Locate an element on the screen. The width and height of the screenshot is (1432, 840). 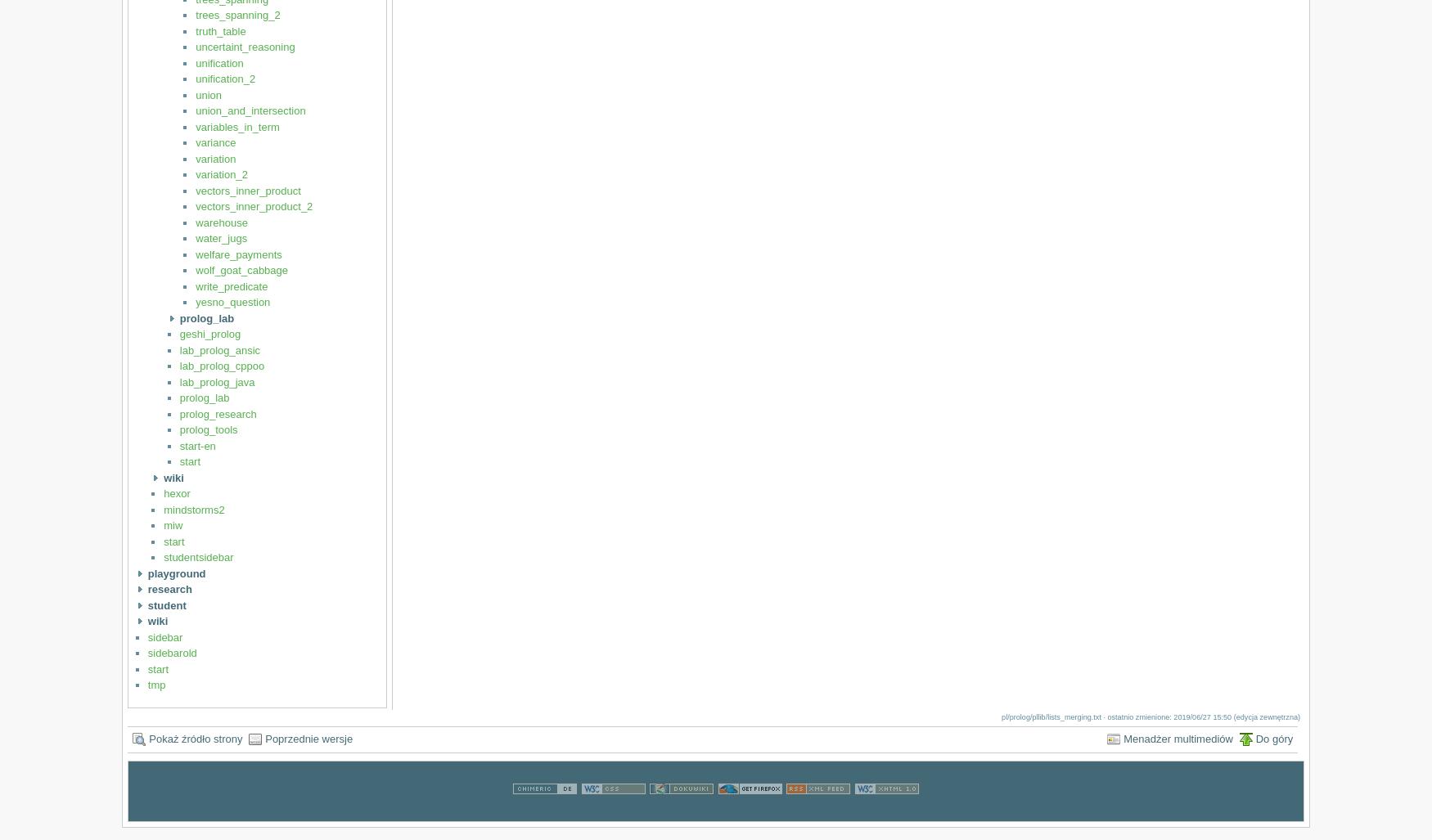
'water_jugs' is located at coordinates (220, 237).